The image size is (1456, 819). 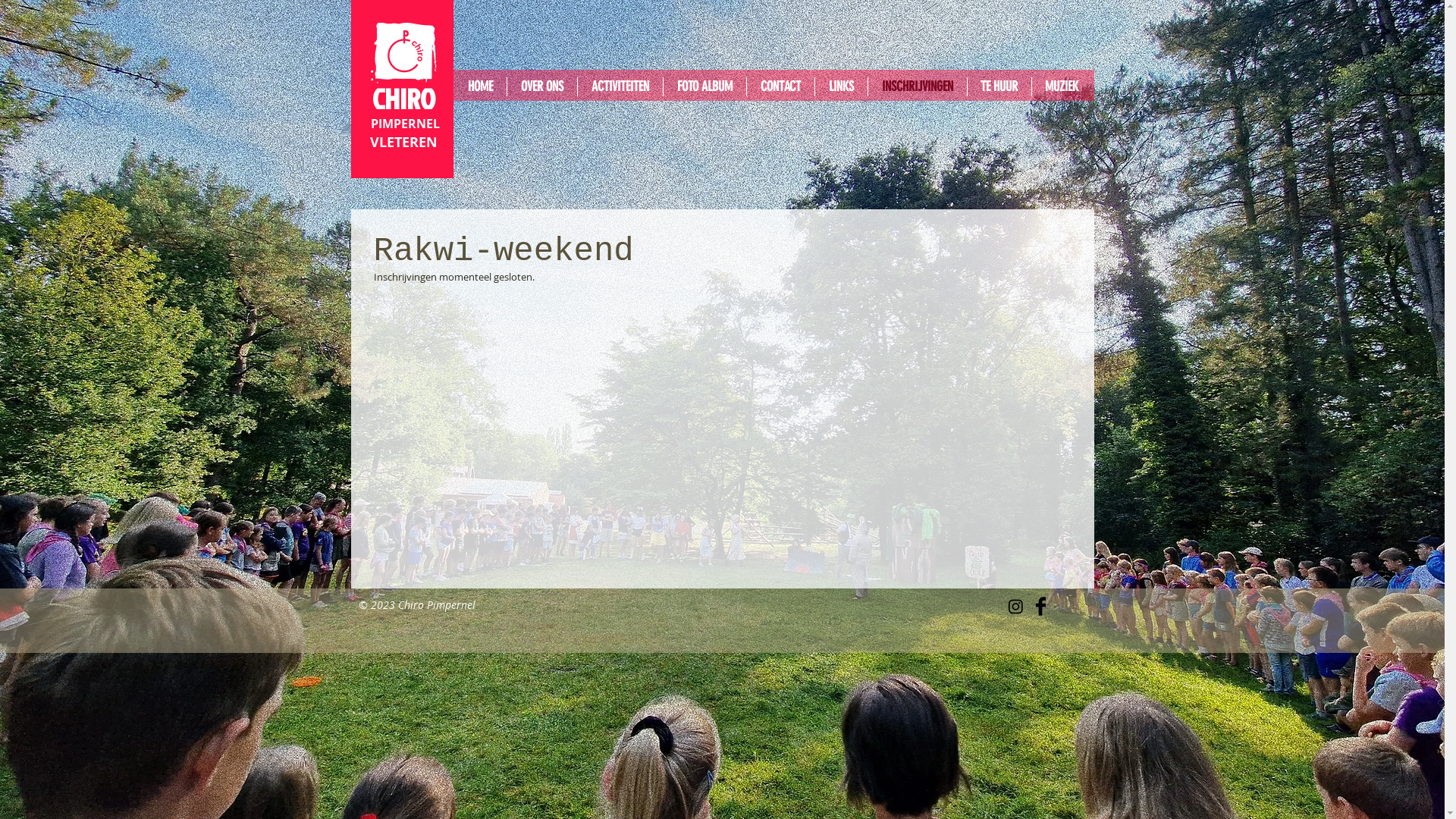 What do you see at coordinates (999, 86) in the screenshot?
I see `'TE HUUR'` at bounding box center [999, 86].